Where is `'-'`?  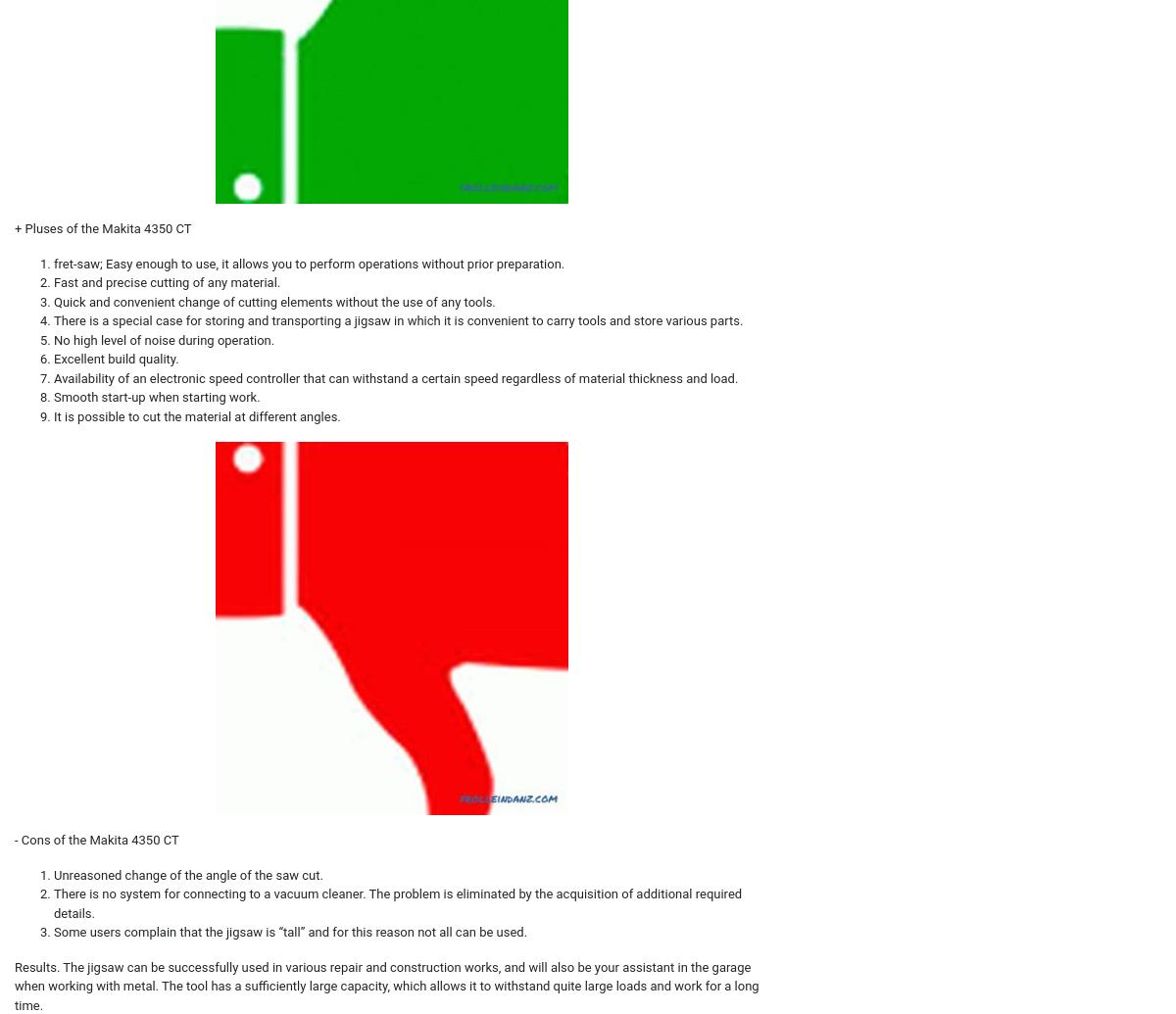 '-' is located at coordinates (18, 839).